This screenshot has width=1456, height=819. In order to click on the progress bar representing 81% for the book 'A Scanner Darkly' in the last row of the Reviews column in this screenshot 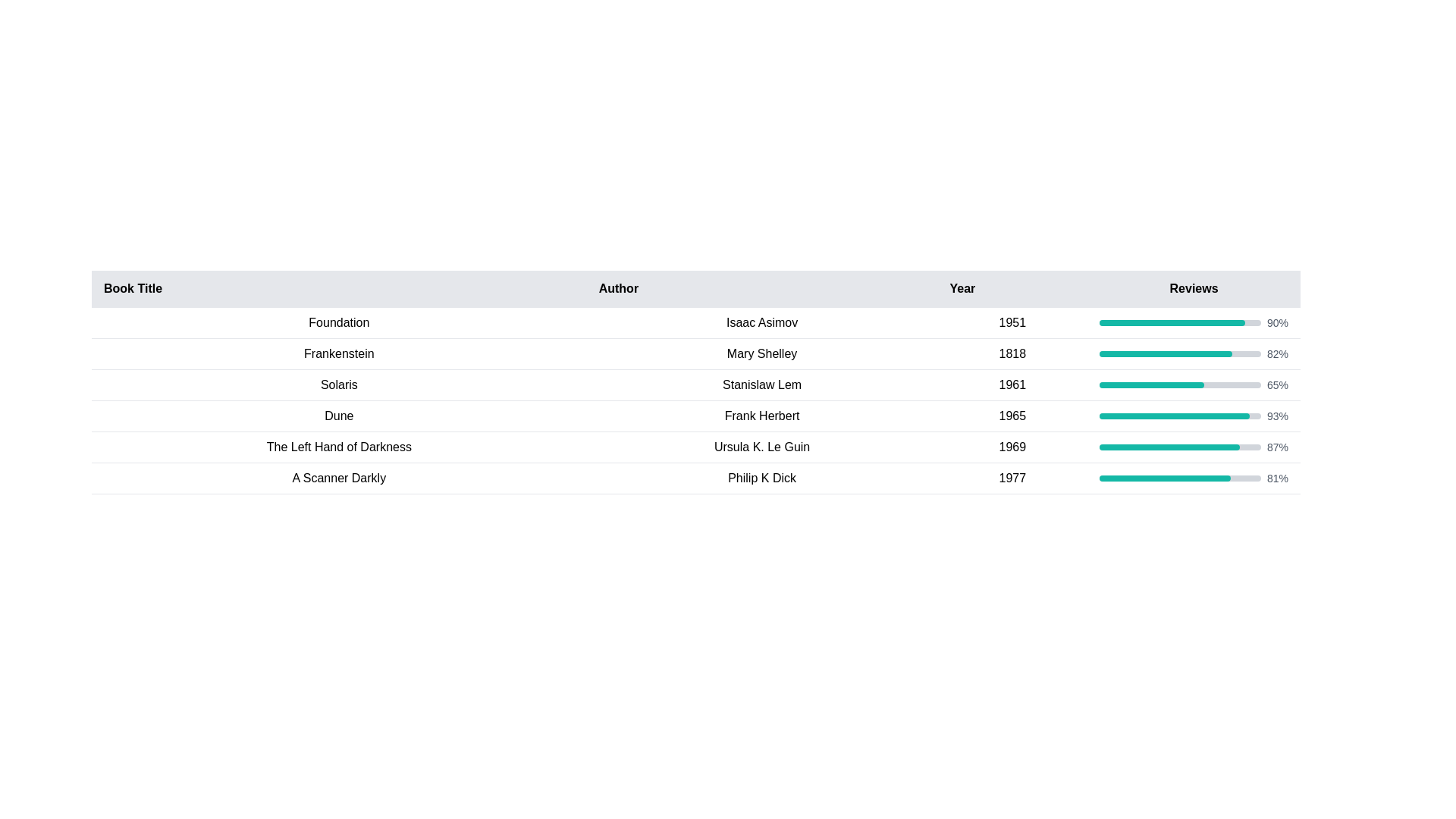, I will do `click(1193, 479)`.